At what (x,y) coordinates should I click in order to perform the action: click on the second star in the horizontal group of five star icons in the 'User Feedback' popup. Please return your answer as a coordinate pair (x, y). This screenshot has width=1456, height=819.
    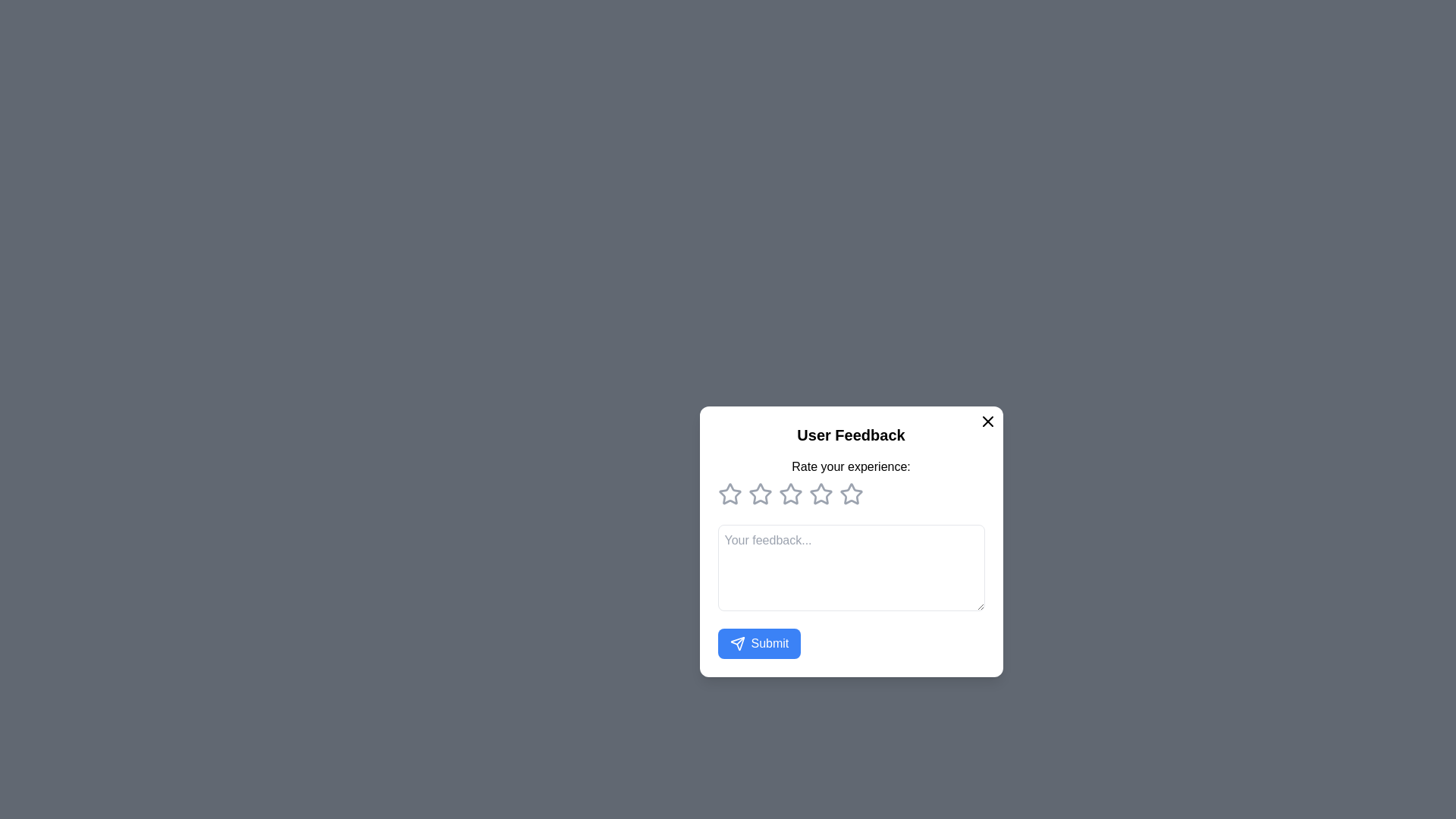
    Looking at the image, I should click on (789, 493).